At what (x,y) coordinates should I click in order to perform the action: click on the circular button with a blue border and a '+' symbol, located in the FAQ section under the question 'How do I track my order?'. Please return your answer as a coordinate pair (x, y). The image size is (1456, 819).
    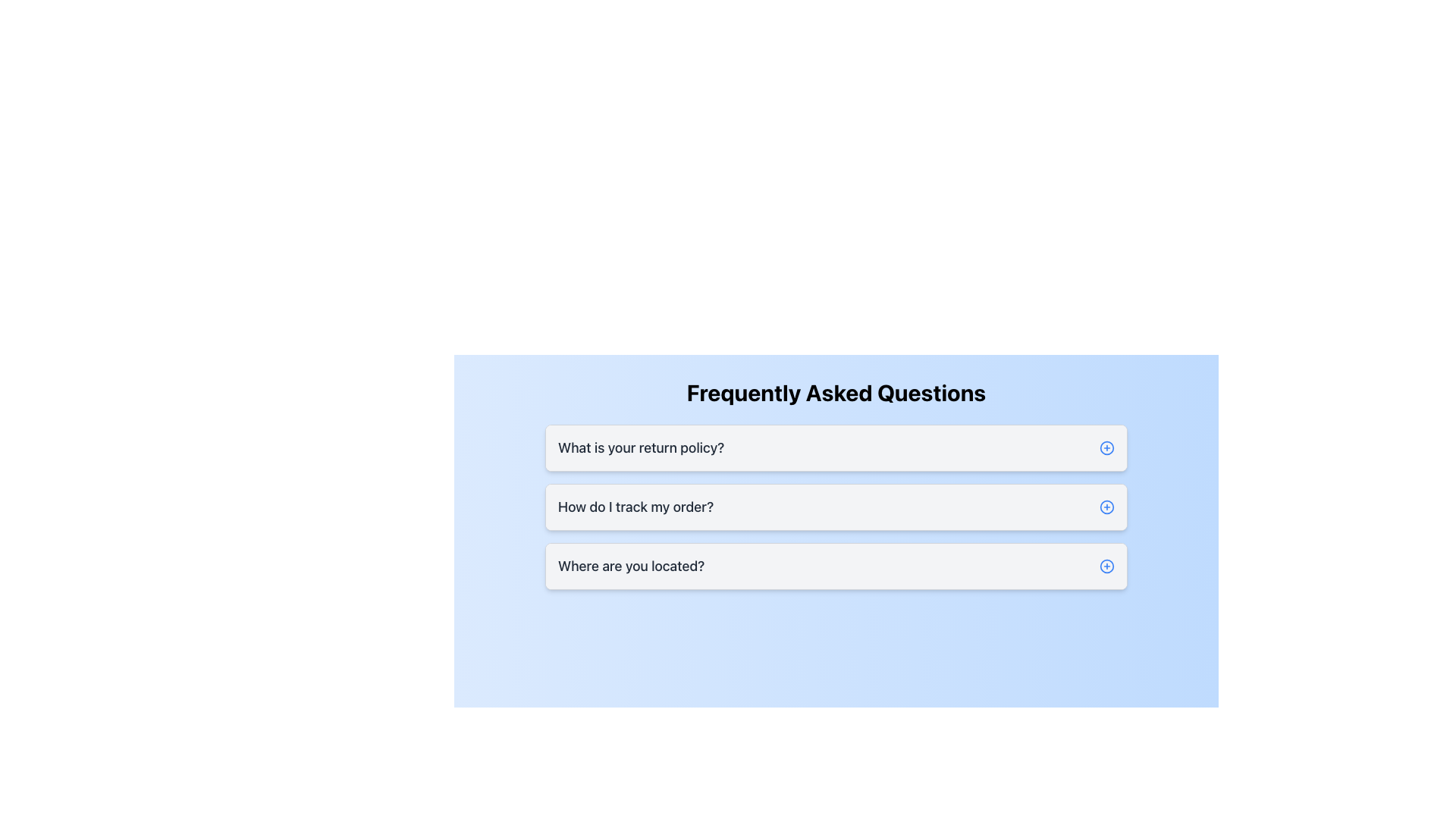
    Looking at the image, I should click on (1106, 507).